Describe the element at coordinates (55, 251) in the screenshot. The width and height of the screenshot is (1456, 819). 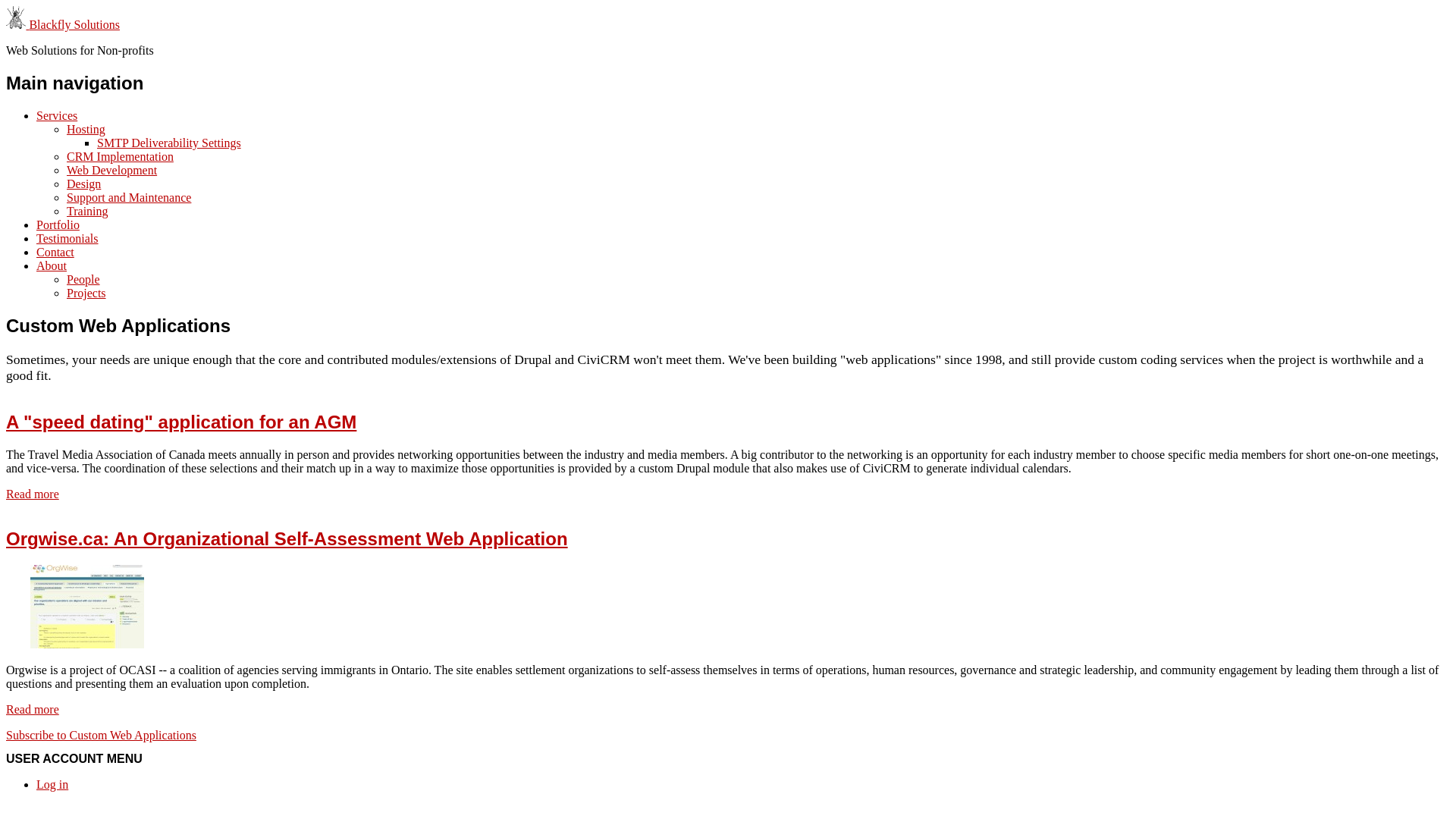
I see `'Contact'` at that location.